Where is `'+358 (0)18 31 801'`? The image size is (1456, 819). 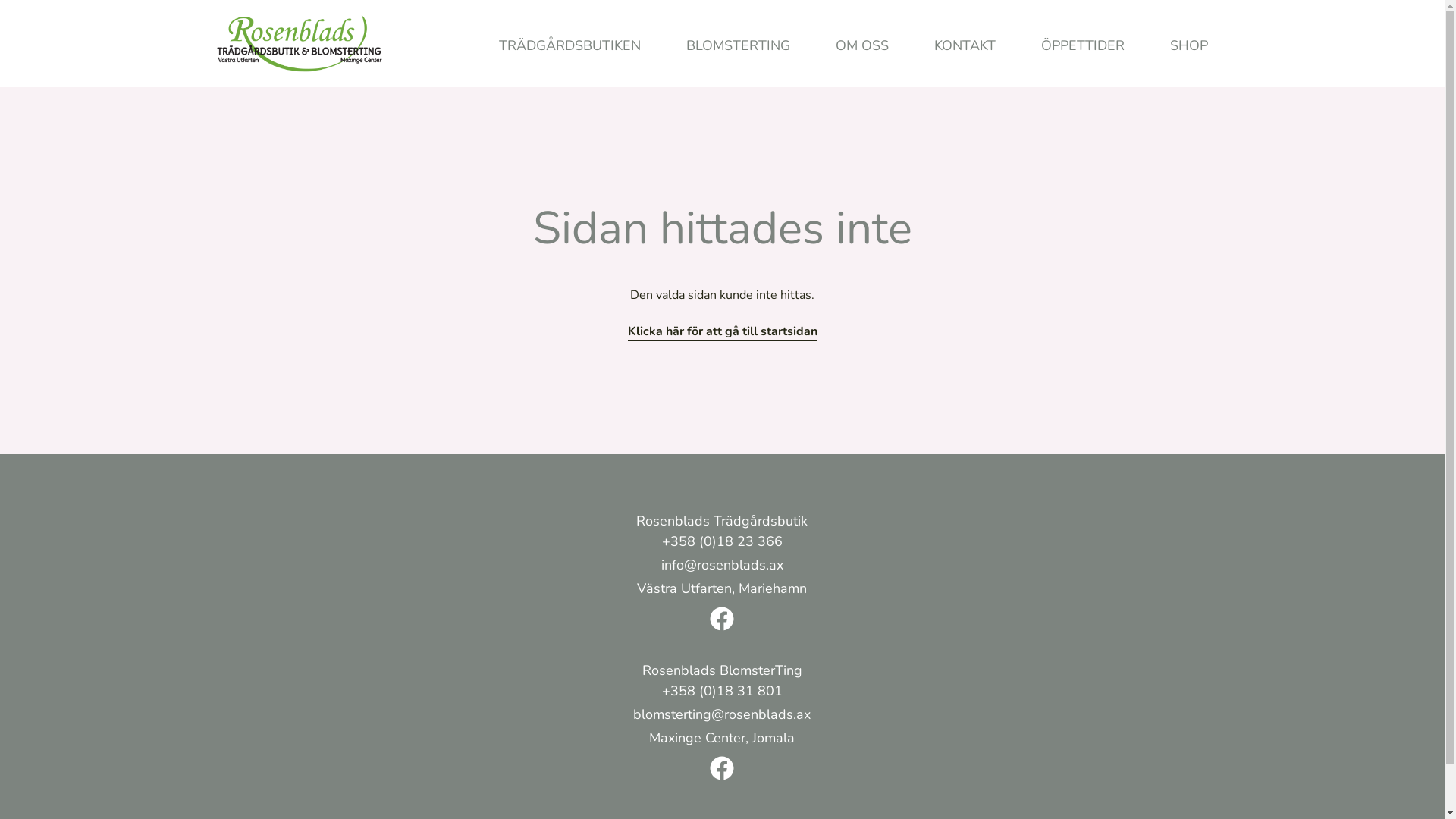 '+358 (0)18 31 801' is located at coordinates (721, 692).